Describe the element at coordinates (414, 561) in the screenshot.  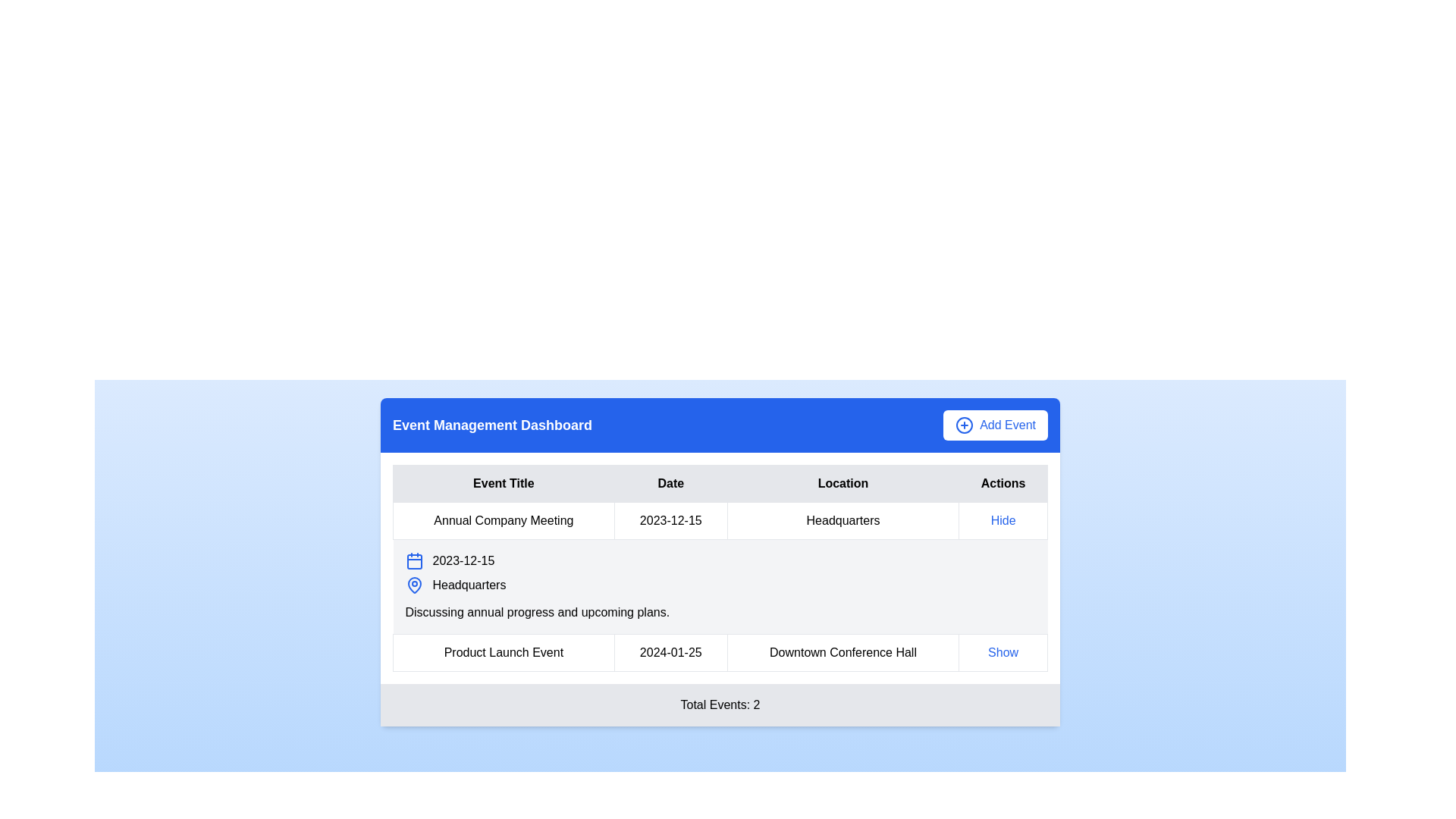
I see `the Decorative SVG shape within the calendar icon located at the top left of its bounding structure in the Event Management Dashboard` at that location.